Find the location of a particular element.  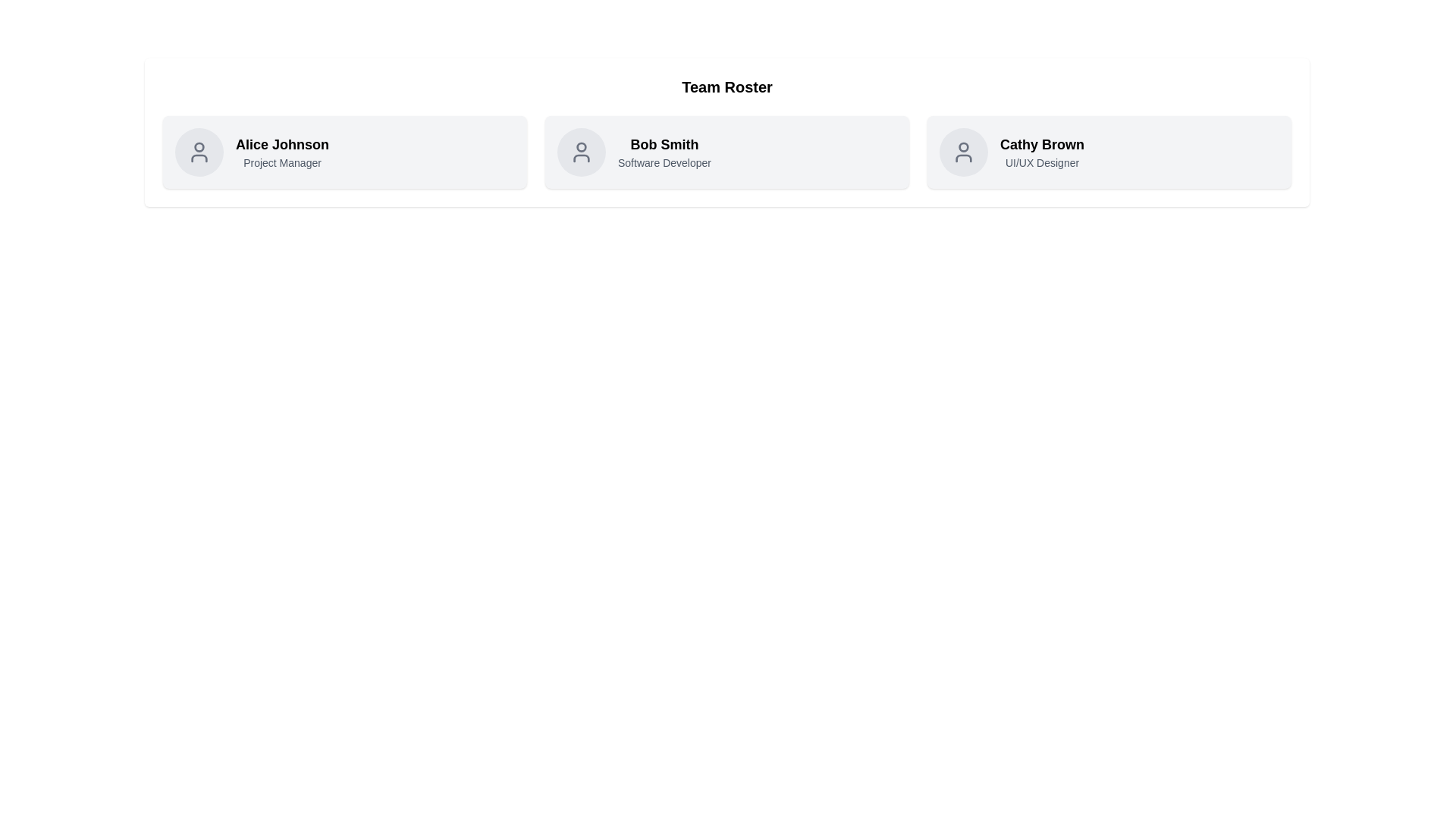

static text indicating the role 'UI/UX Designer' located on the second line of the profile card for 'Cathy Brown', which is the third card in a three-card layout is located at coordinates (1041, 163).